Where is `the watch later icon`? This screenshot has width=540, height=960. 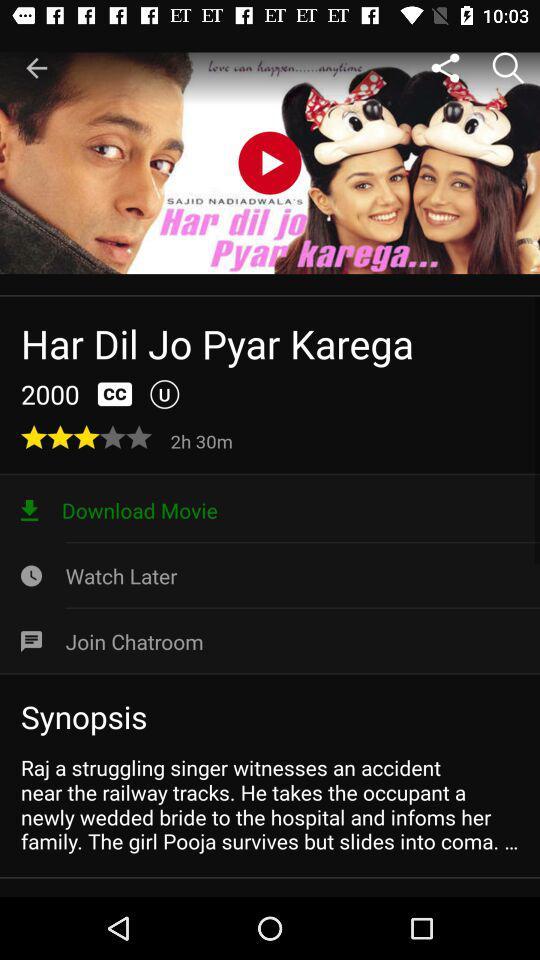 the watch later icon is located at coordinates (270, 576).